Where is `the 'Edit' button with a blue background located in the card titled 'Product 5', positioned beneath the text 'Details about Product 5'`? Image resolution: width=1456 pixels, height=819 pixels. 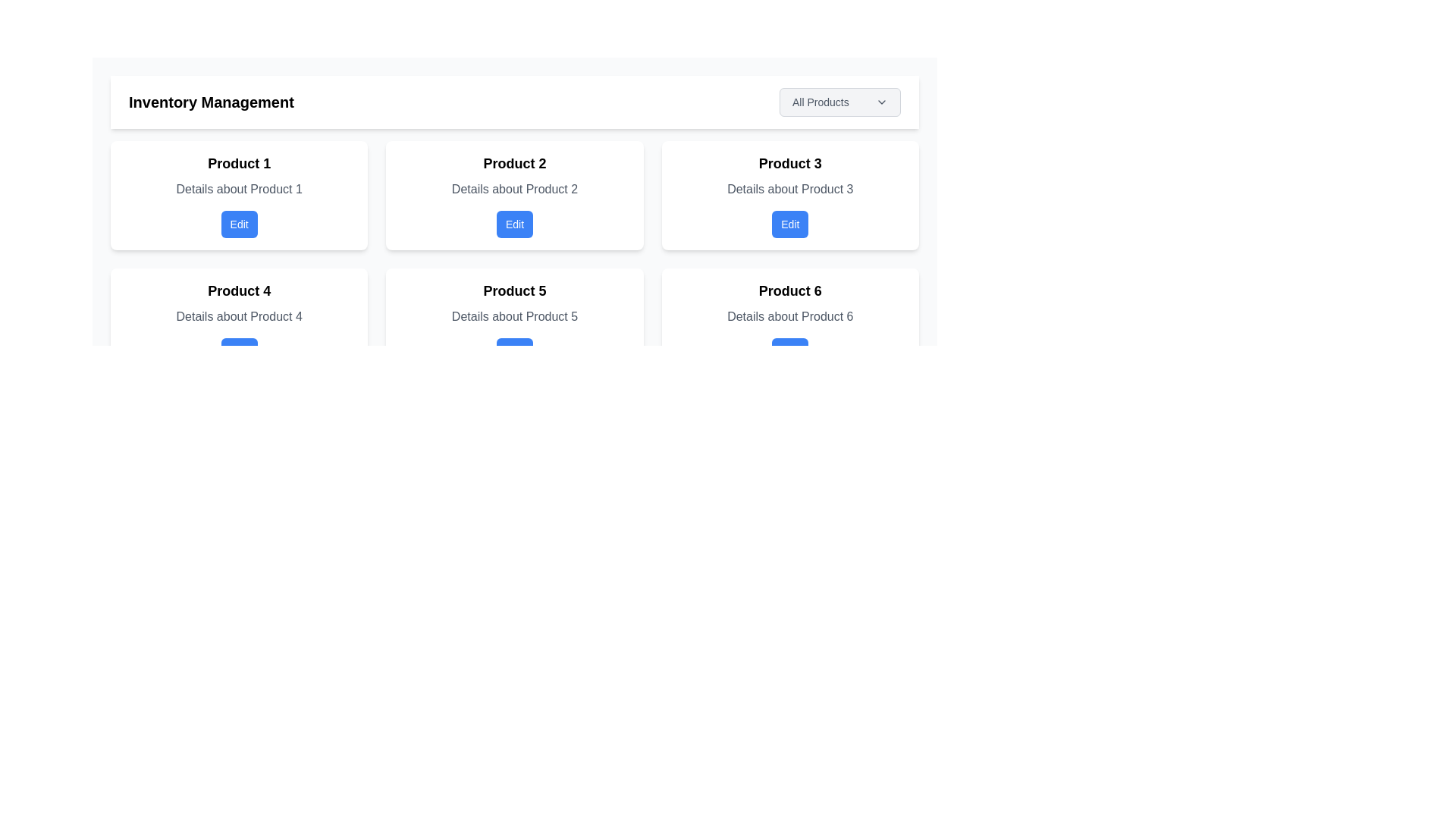
the 'Edit' button with a blue background located in the card titled 'Product 5', positioned beneath the text 'Details about Product 5' is located at coordinates (514, 351).